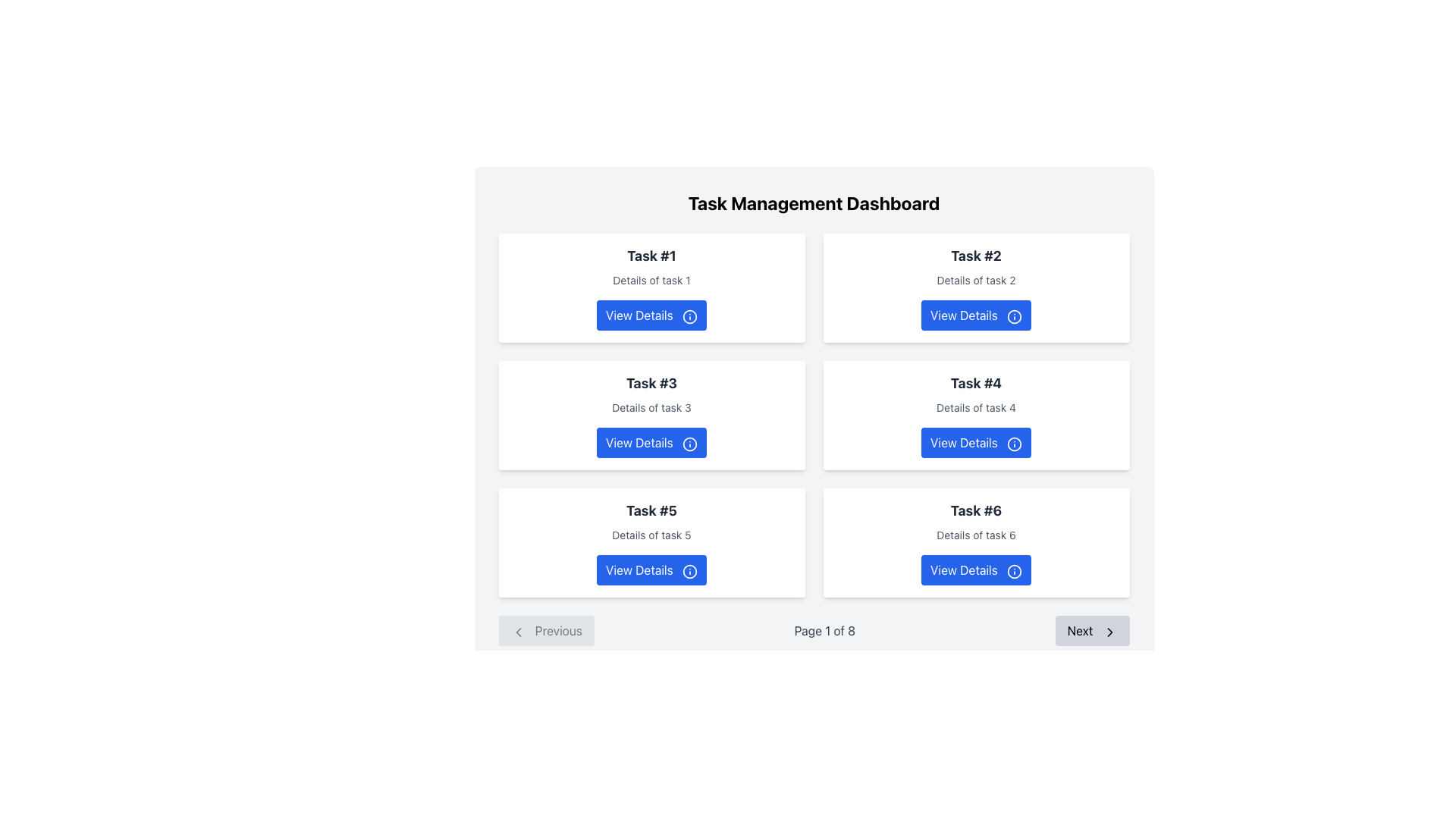 Image resolution: width=1456 pixels, height=819 pixels. I want to click on the non-interactive pagination information text label located between the 'Previous' and 'Next' buttons in the horizontal navigation bar at the bottom of the interface, so click(824, 631).